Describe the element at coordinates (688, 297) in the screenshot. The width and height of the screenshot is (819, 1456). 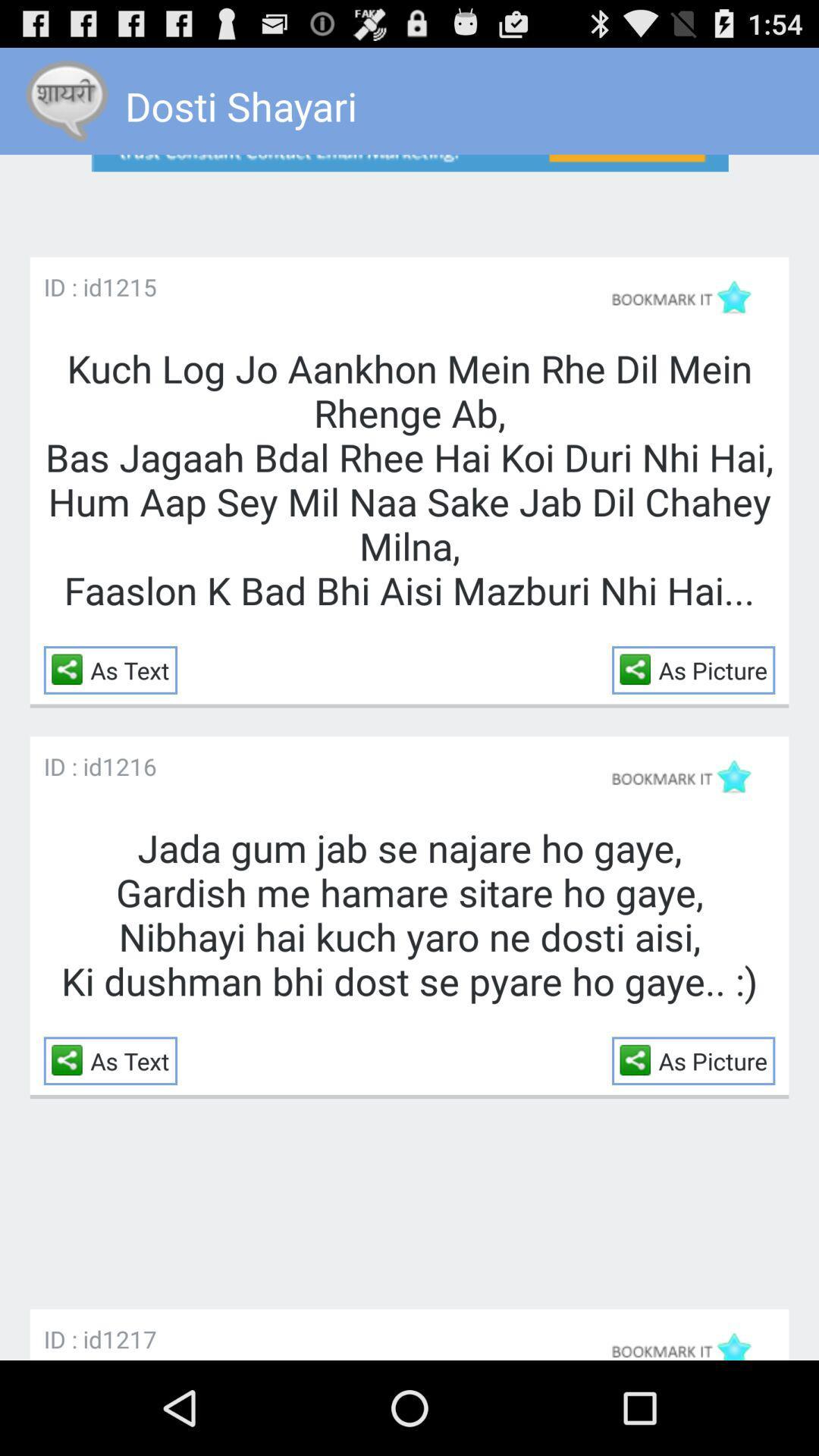
I see `bookmark the selection` at that location.